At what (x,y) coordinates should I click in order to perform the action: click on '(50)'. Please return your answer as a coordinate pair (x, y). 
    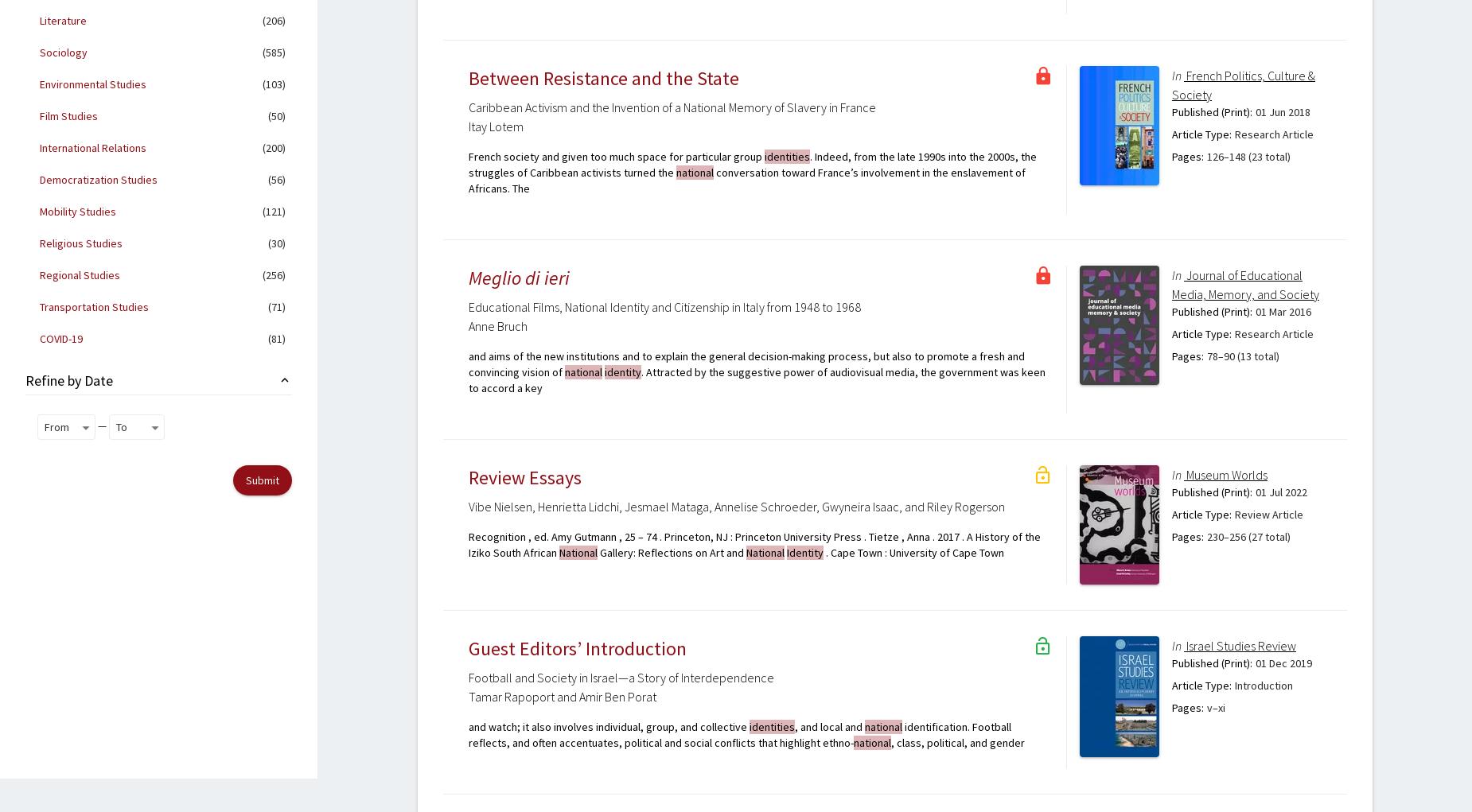
    Looking at the image, I should click on (275, 116).